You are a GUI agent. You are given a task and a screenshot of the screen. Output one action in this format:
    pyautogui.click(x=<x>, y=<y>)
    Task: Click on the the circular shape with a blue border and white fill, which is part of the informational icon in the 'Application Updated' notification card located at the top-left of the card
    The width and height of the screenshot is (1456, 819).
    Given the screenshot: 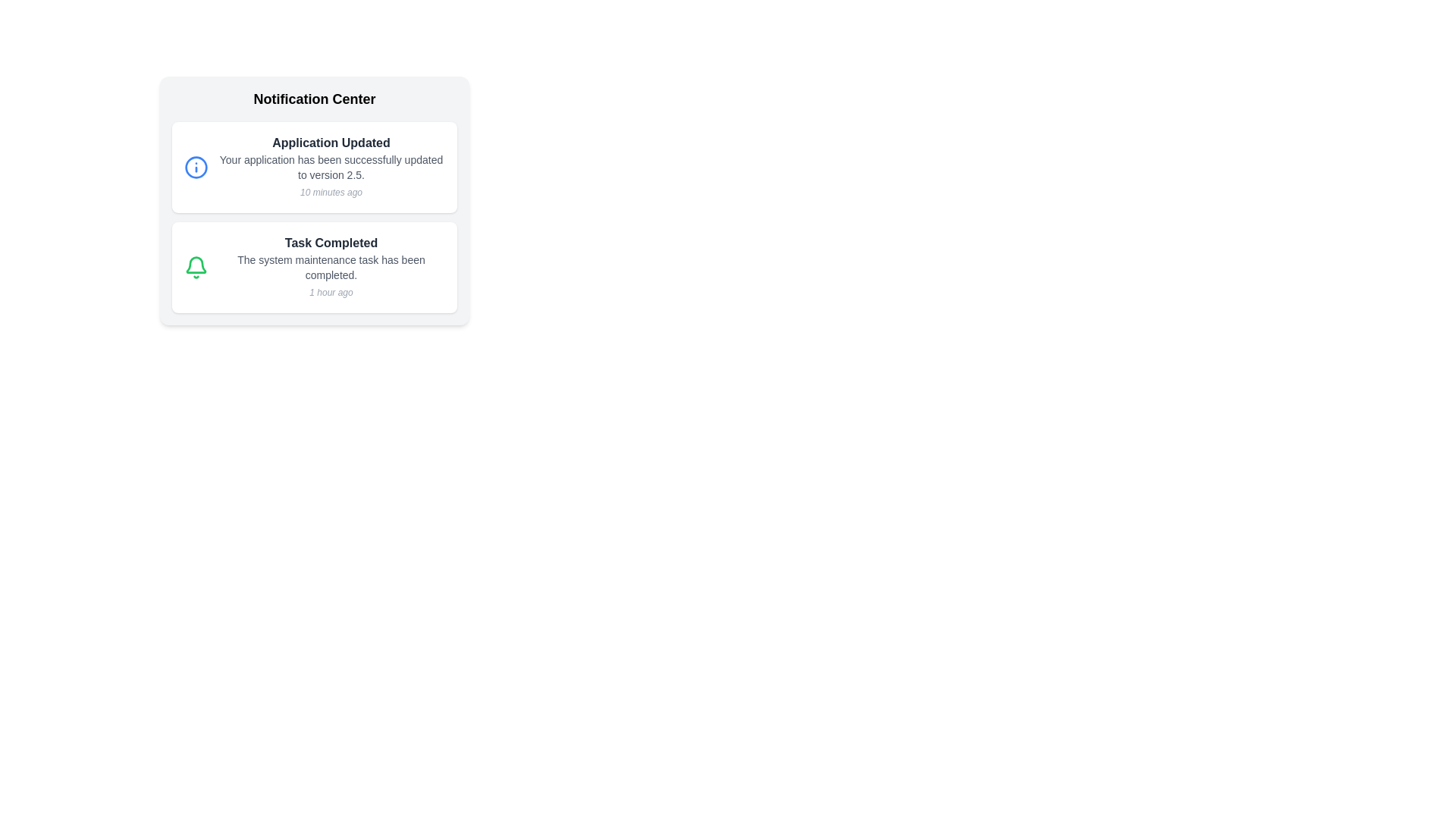 What is the action you would take?
    pyautogui.click(x=196, y=167)
    